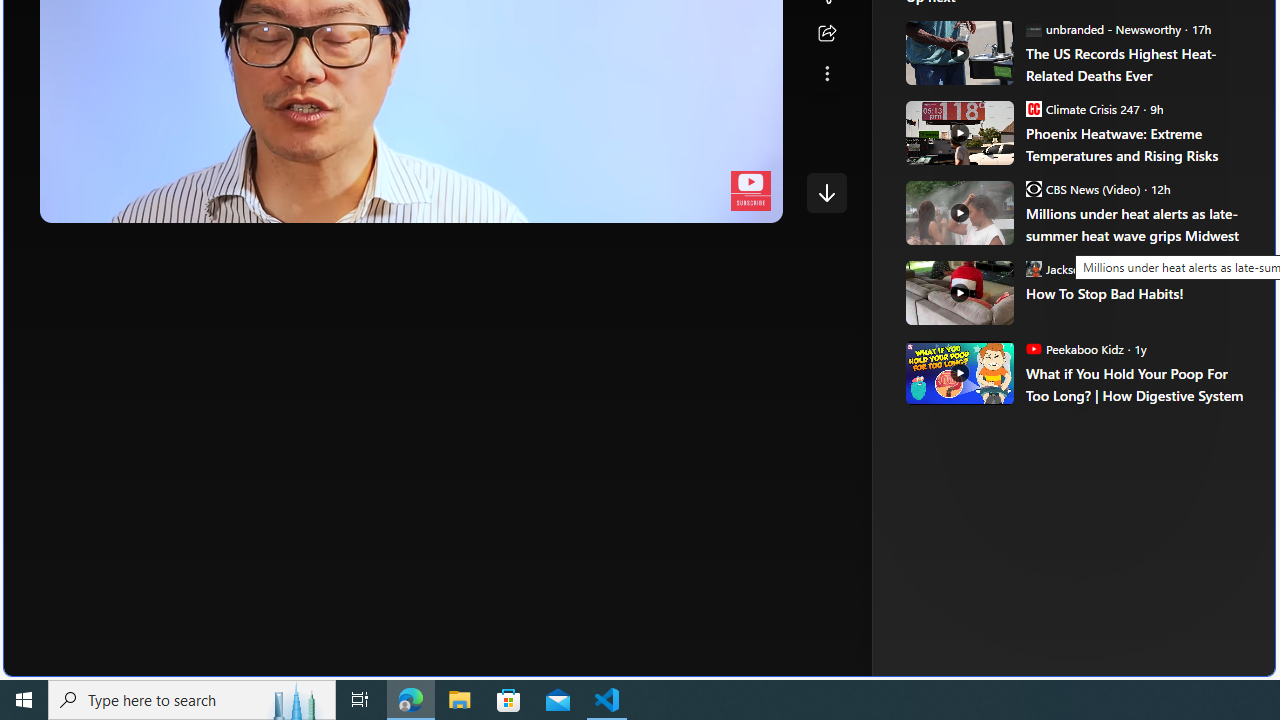 This screenshot has width=1280, height=720. Describe the element at coordinates (1033, 267) in the screenshot. I see `'Jackson O'` at that location.